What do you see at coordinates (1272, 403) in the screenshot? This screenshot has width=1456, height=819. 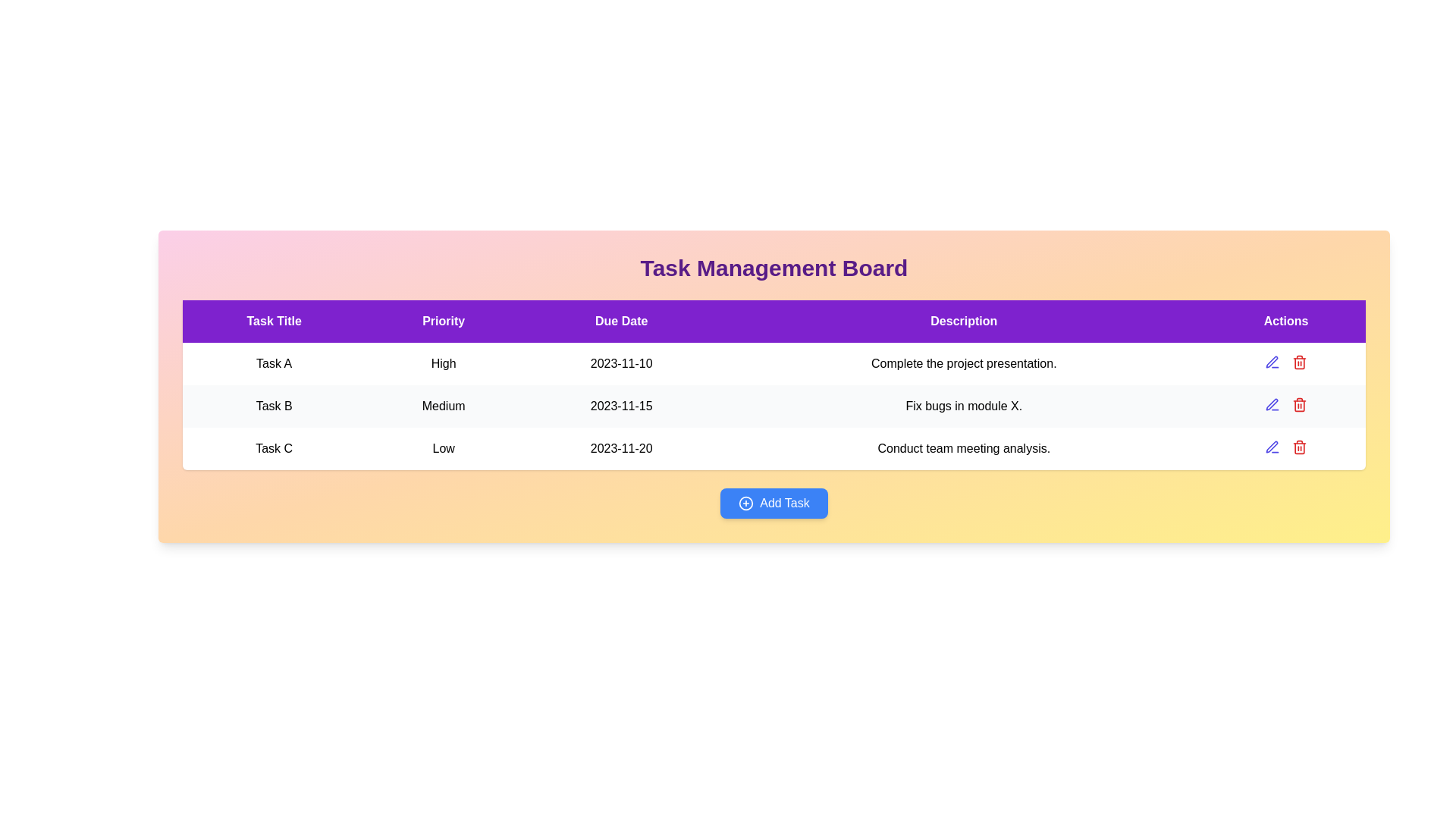 I see `the blue pen icon in the 'Actions' column, which signifies an edit action for 'Task B'` at bounding box center [1272, 403].